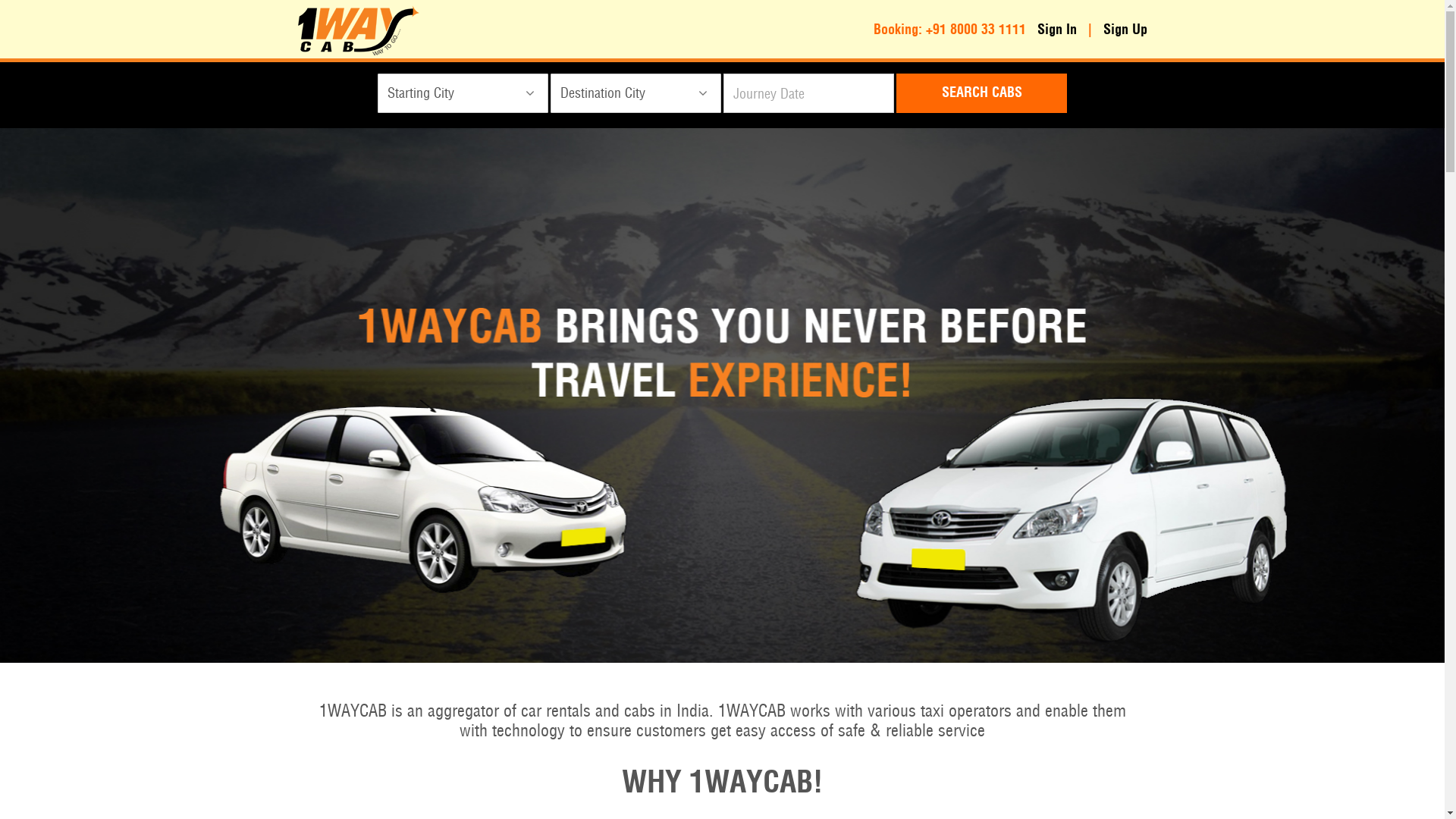 Image resolution: width=1456 pixels, height=819 pixels. Describe the element at coordinates (1056, 29) in the screenshot. I see `'Sign In'` at that location.